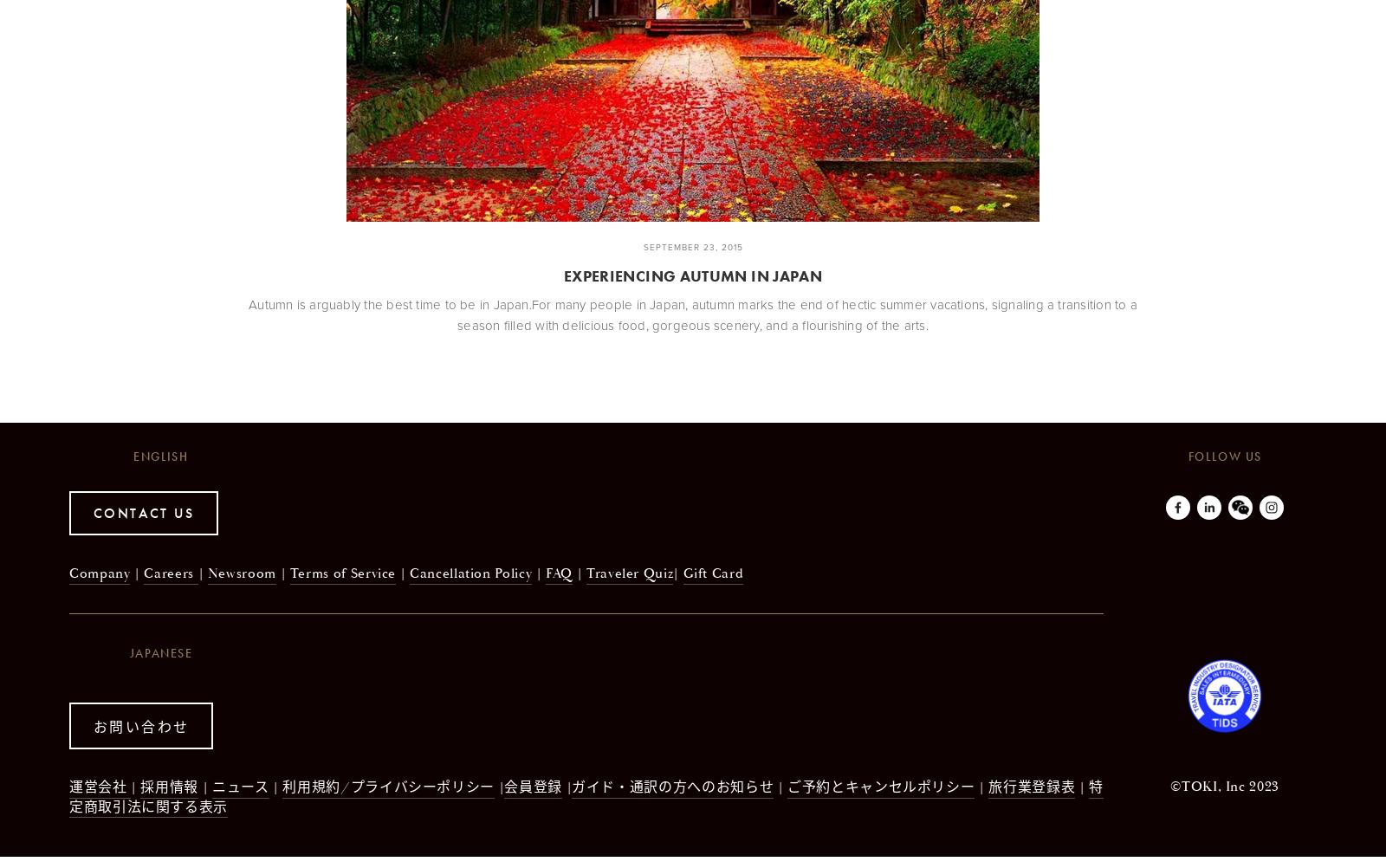 The height and width of the screenshot is (868, 1386). What do you see at coordinates (642, 246) in the screenshot?
I see `'September 23, 2015'` at bounding box center [642, 246].